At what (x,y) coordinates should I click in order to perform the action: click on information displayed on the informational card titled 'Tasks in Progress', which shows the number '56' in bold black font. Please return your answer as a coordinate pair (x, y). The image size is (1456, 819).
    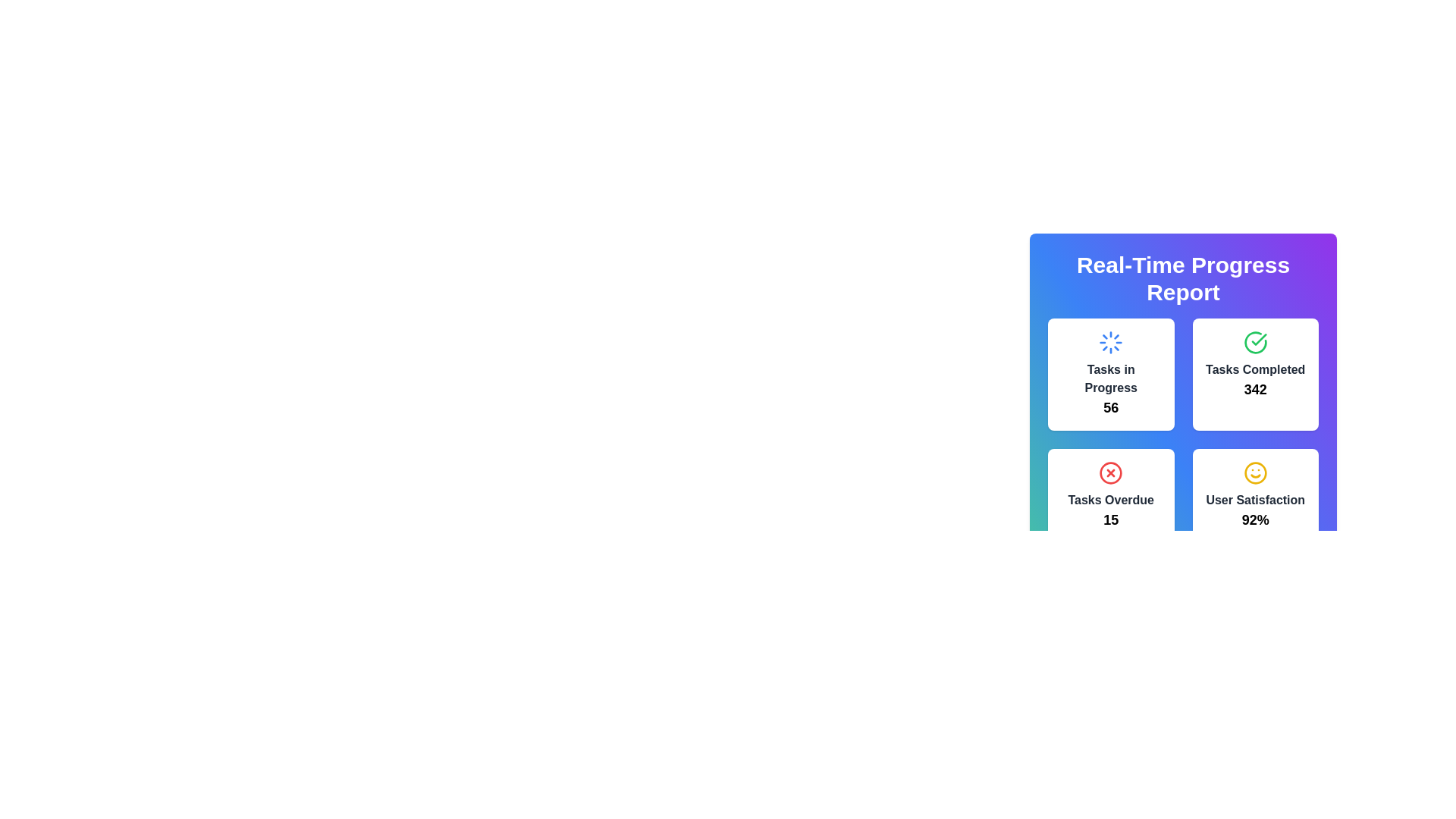
    Looking at the image, I should click on (1111, 374).